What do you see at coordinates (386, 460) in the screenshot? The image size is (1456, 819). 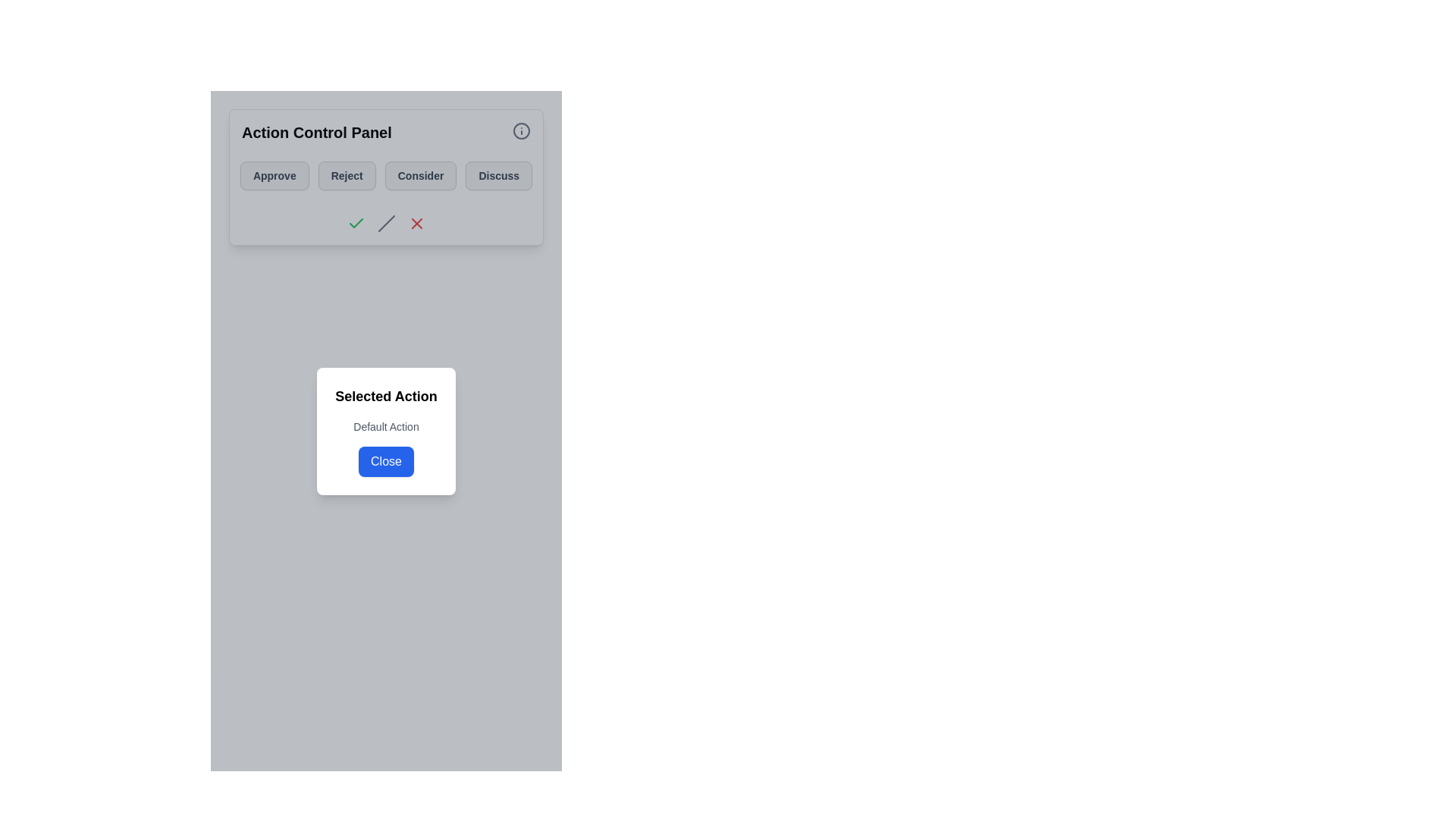 I see `the 'Close' button with rounded corners, blue background, and white text` at bounding box center [386, 460].